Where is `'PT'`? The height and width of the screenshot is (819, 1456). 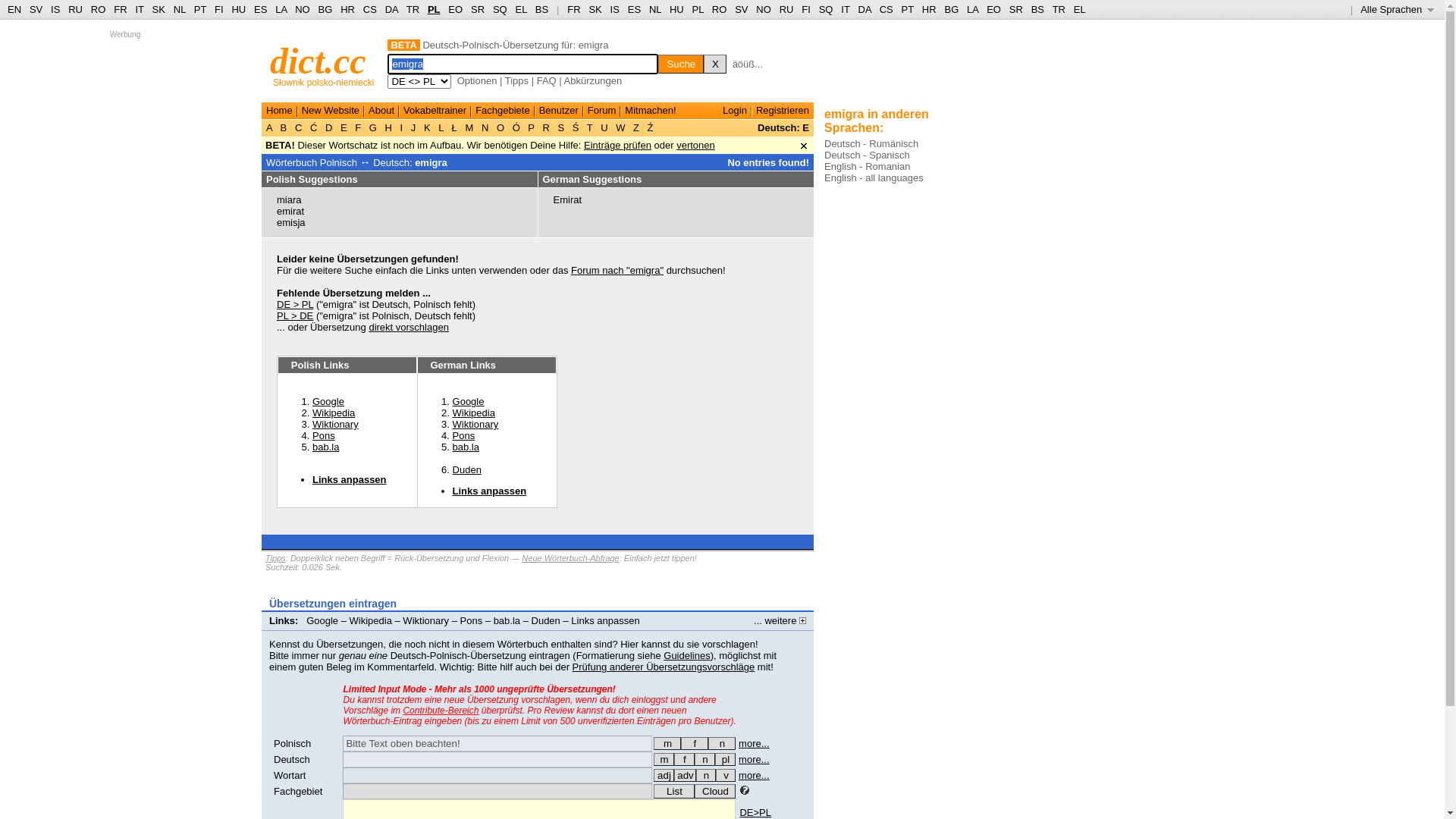
'PT' is located at coordinates (907, 9).